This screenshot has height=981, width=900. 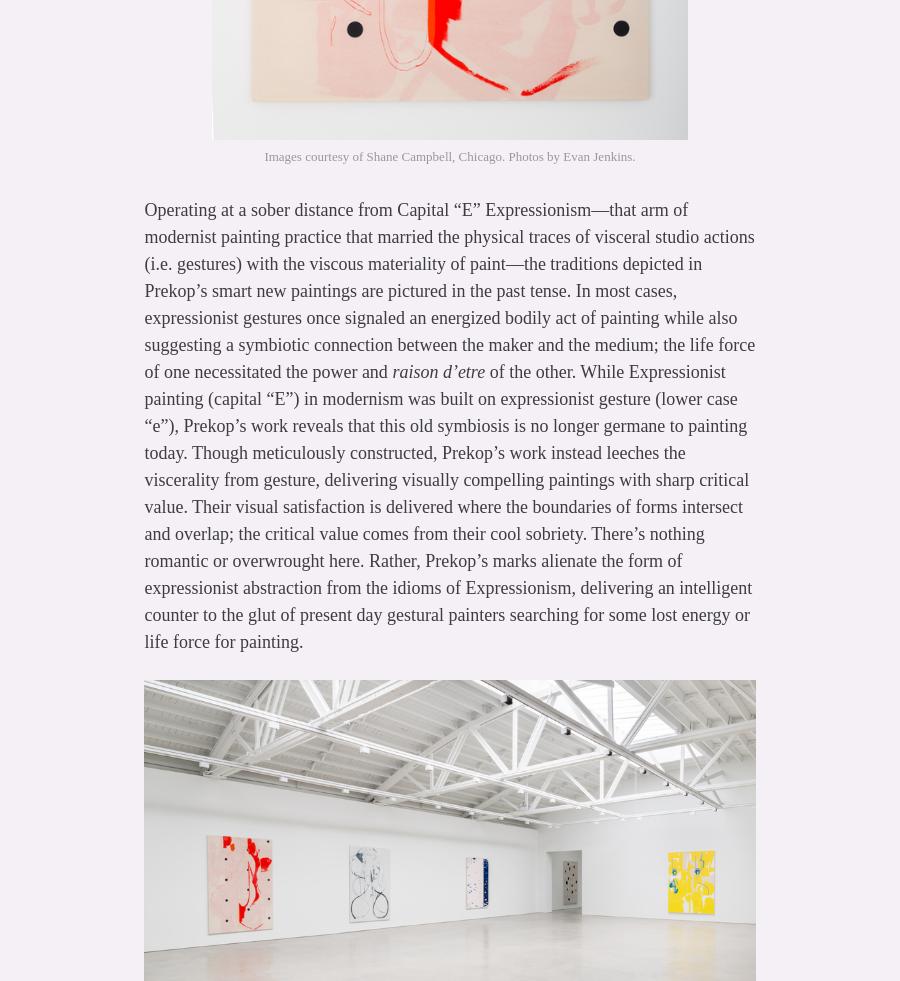 What do you see at coordinates (384, 833) in the screenshot?
I see `'http://hyperallergic.com/169650/the-death-of-painting-all-new-2014-edition/'` at bounding box center [384, 833].